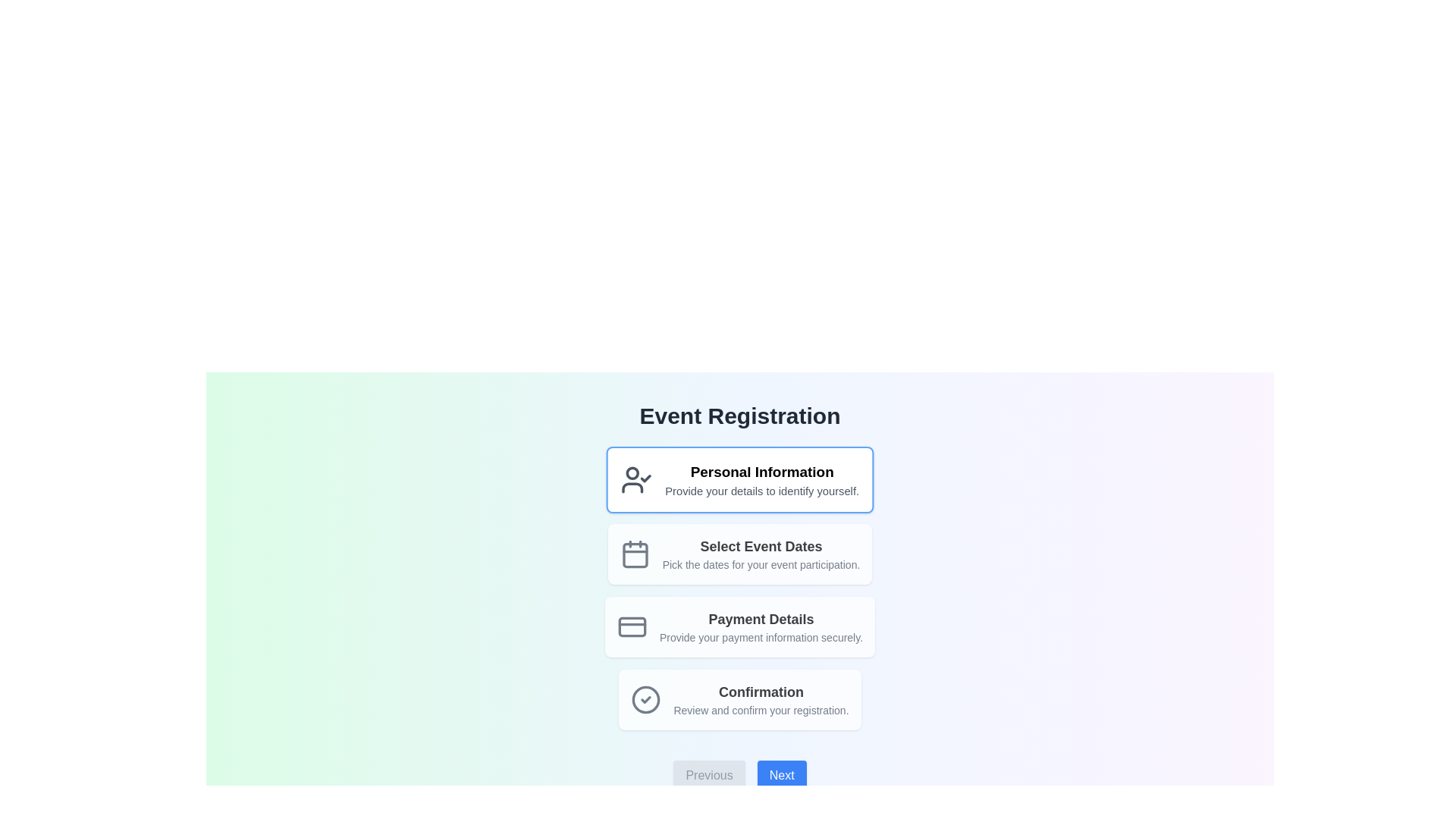  I want to click on the Section header that contains a calendar icon and the text 'Select Event Dates' with the description 'Pick the dates for your event participation.', so click(739, 554).